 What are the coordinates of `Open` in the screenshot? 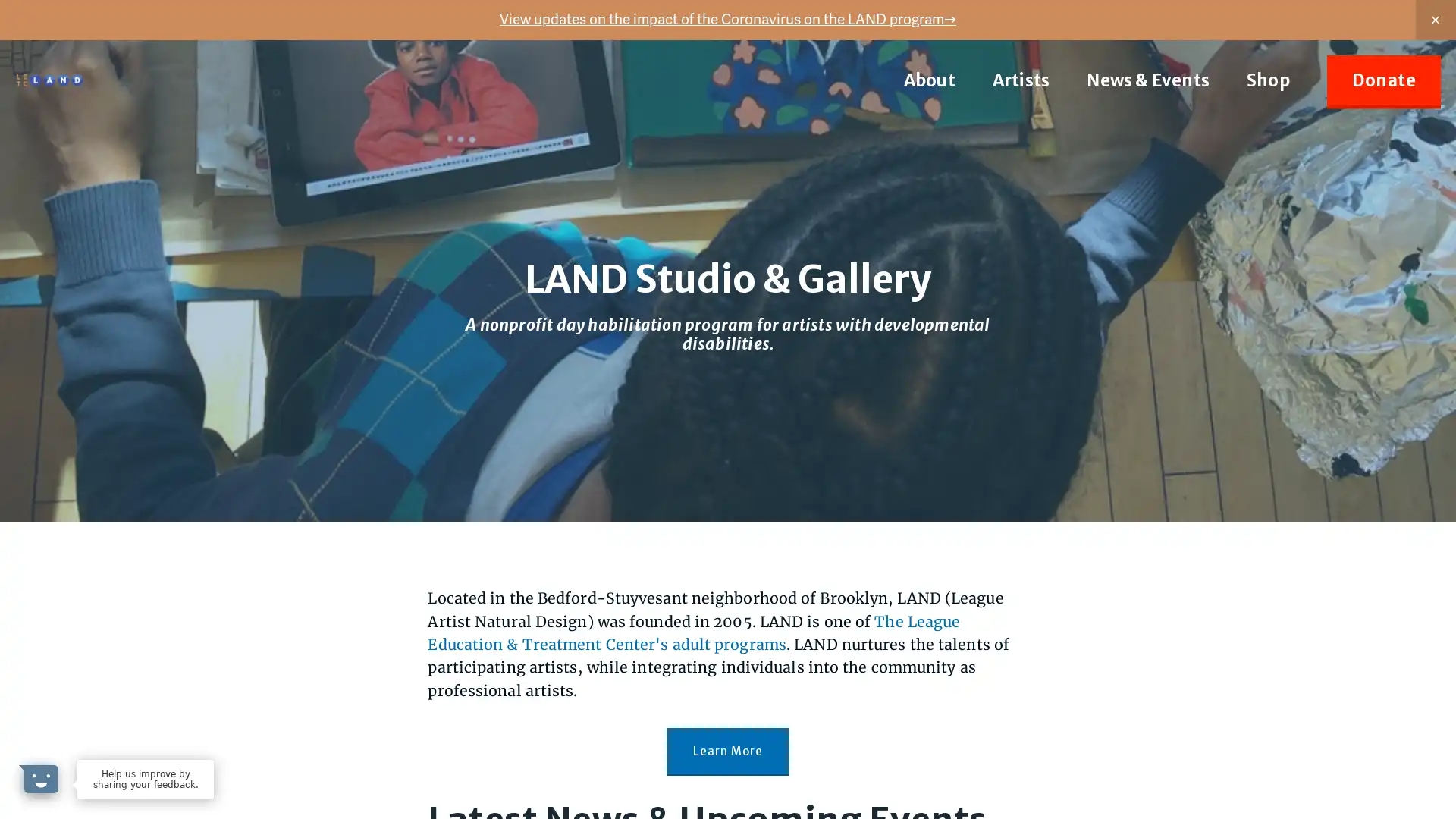 It's located at (39, 778).